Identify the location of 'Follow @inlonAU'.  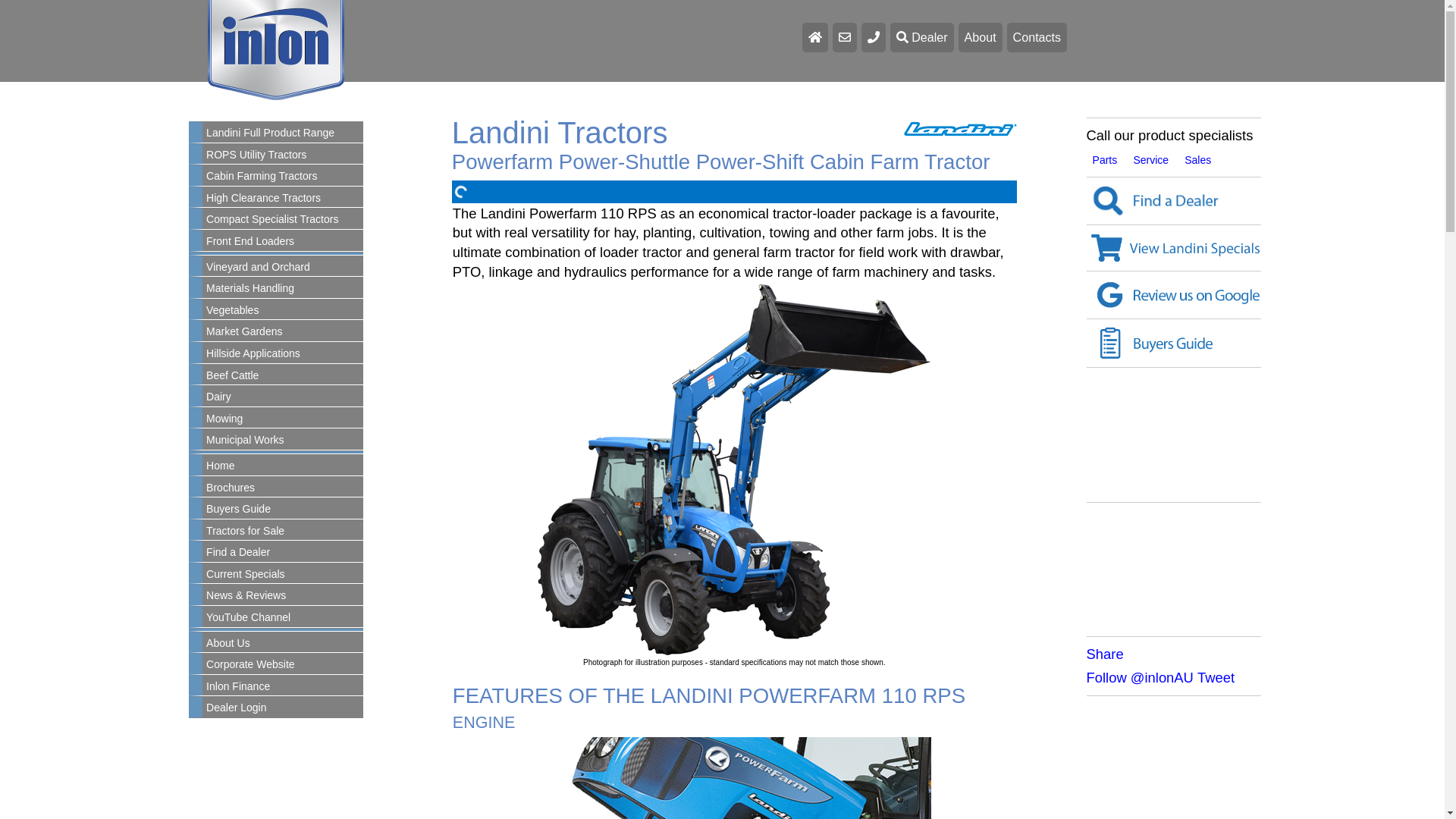
(1140, 676).